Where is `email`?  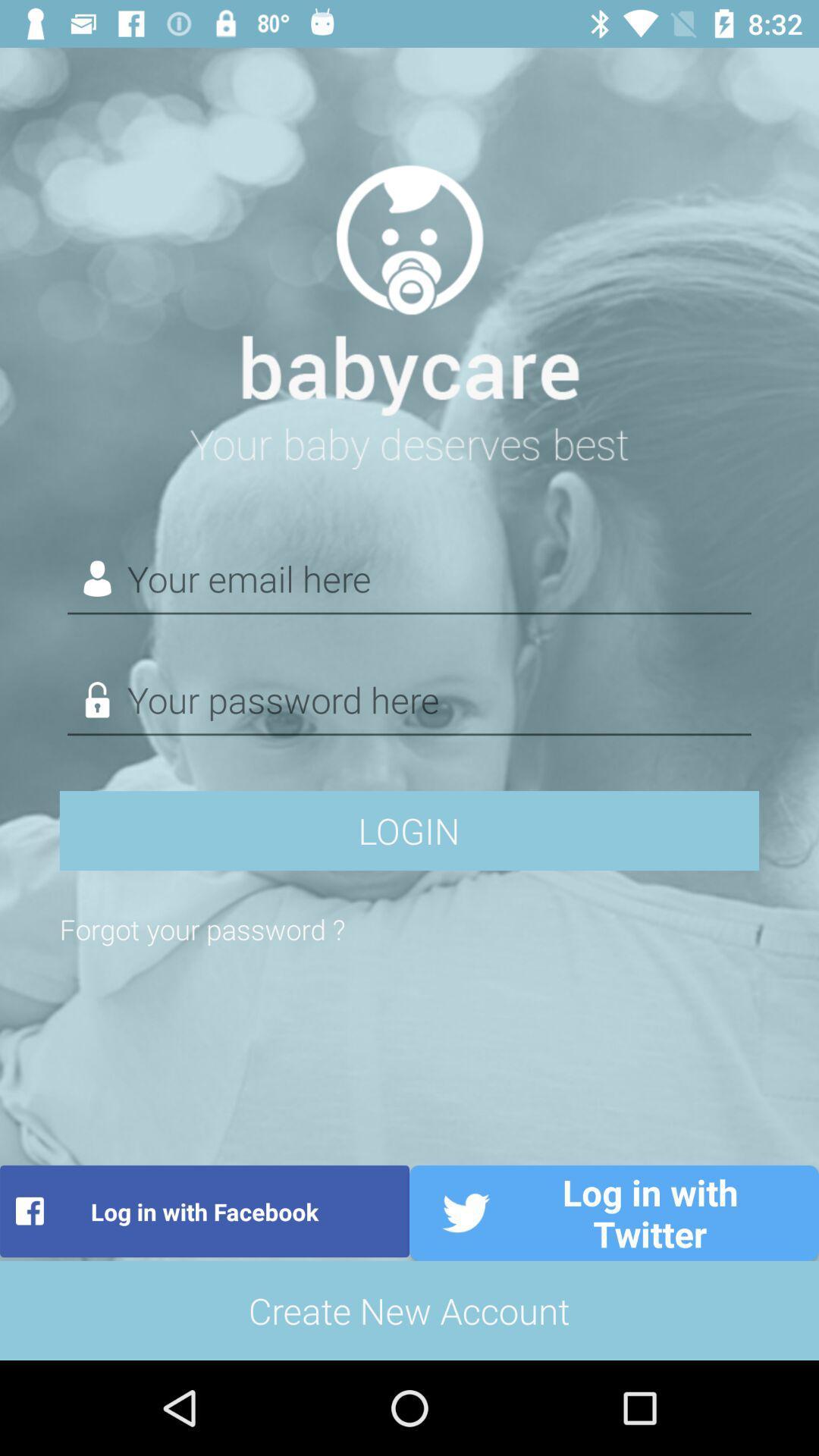
email is located at coordinates (409, 579).